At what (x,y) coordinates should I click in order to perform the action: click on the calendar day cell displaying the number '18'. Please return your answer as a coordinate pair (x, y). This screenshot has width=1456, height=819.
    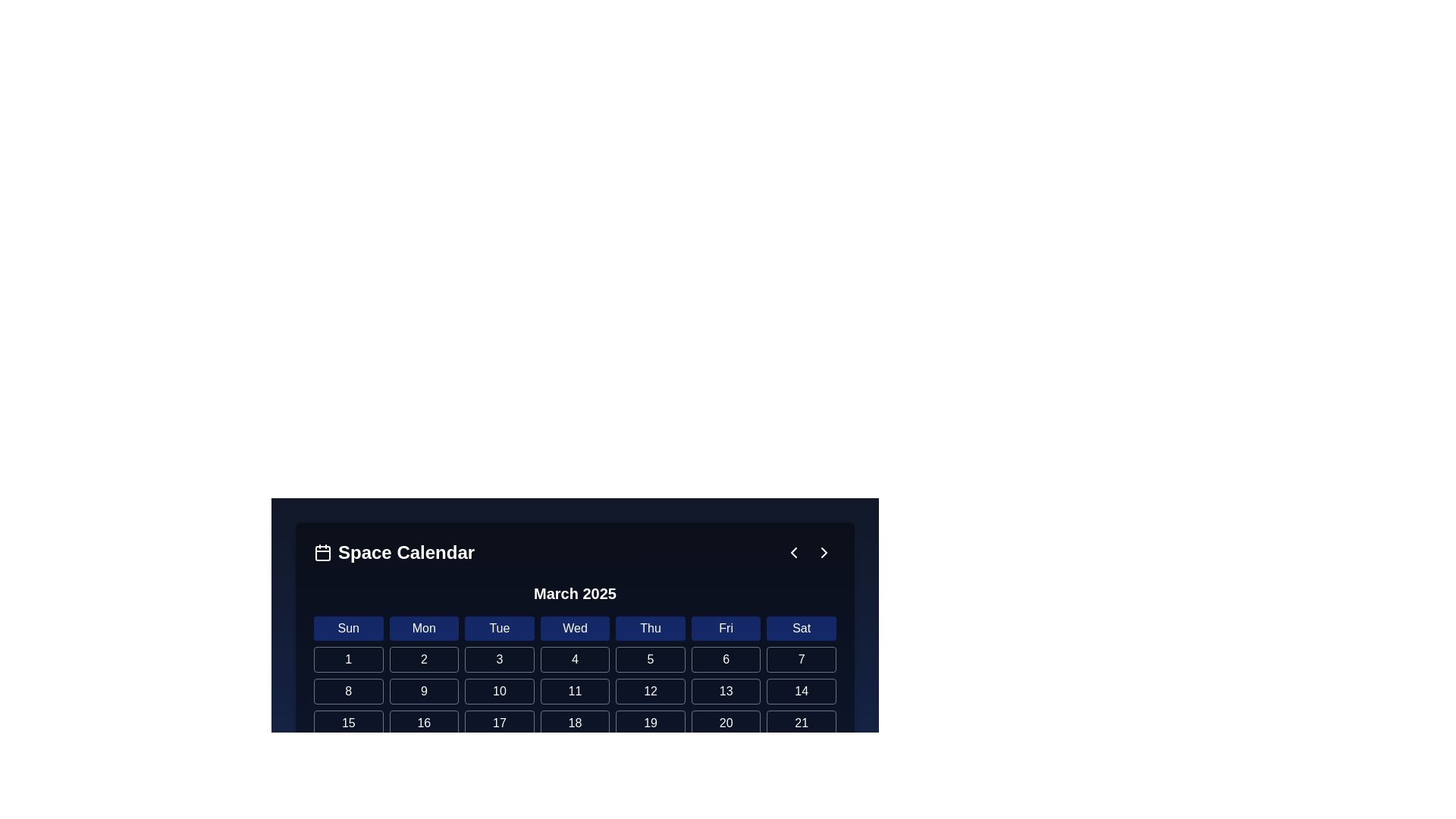
    Looking at the image, I should click on (574, 722).